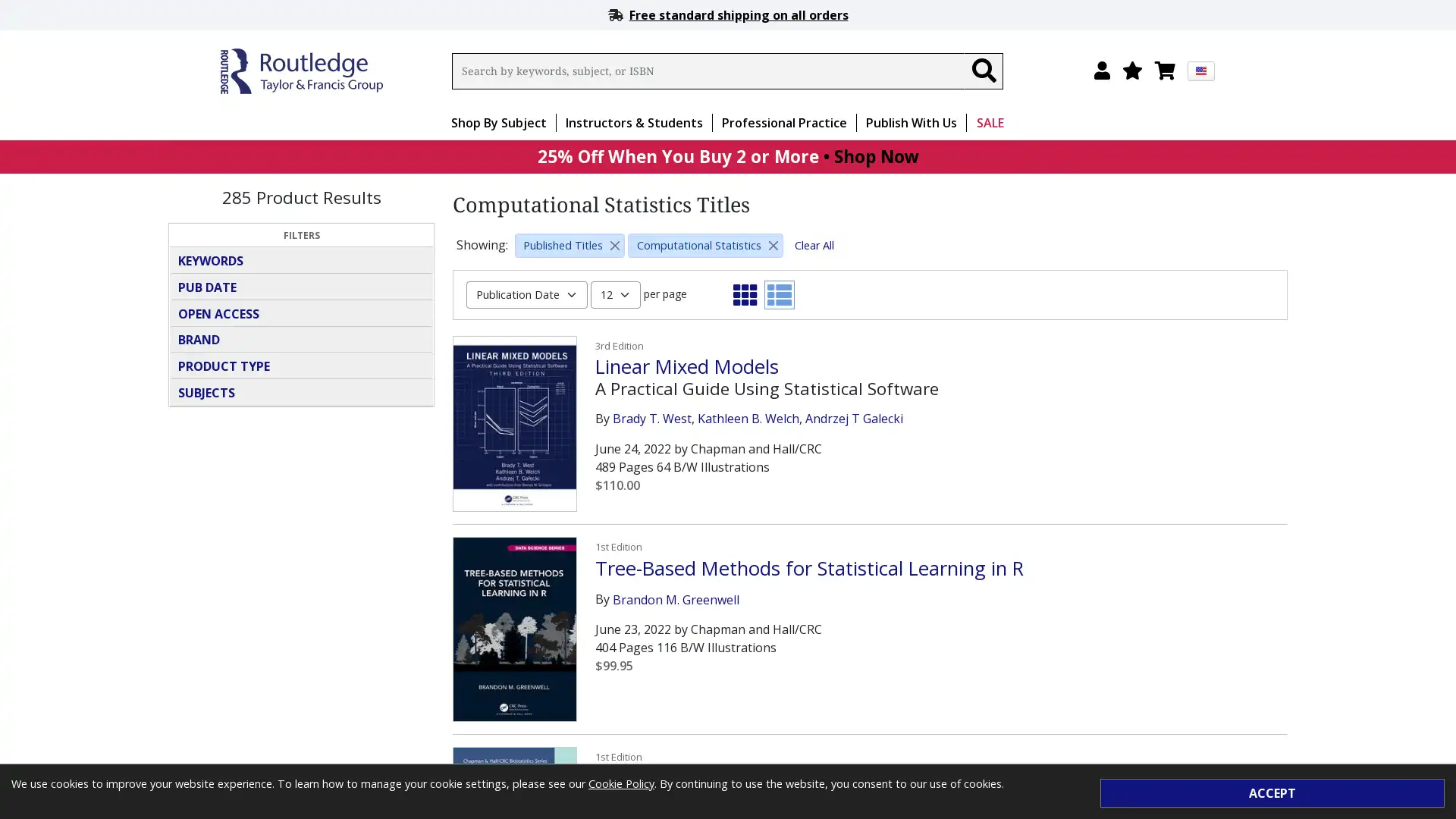 The height and width of the screenshot is (819, 1456). I want to click on OPEN ACCESS, so click(301, 312).